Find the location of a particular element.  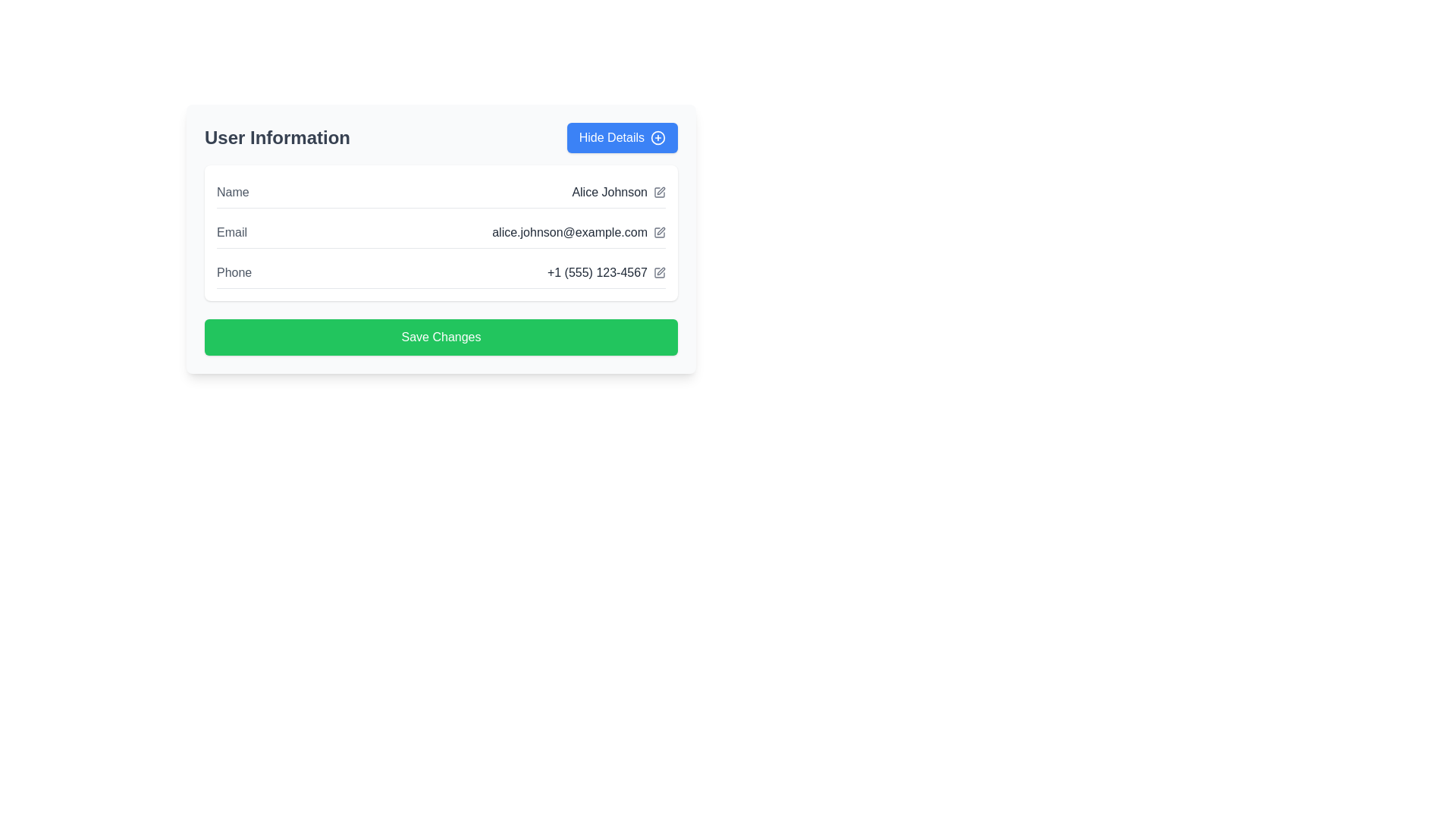

the pencil icon located to the right of the email address field in the user information section to initiate an edit action is located at coordinates (659, 233).